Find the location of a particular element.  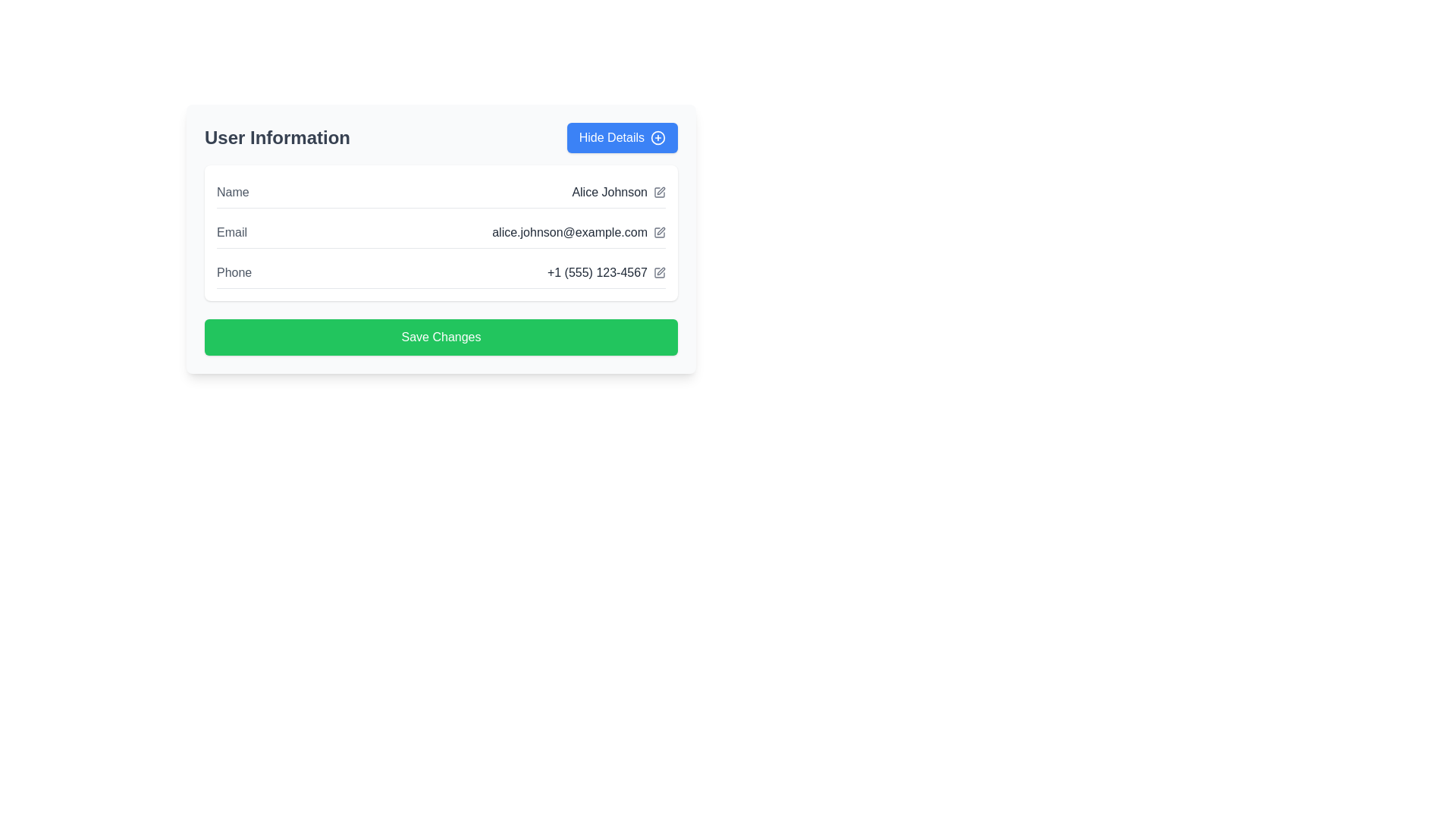

the pencil icon located to the right of the email address field in the user information section to initiate an edit action is located at coordinates (659, 233).